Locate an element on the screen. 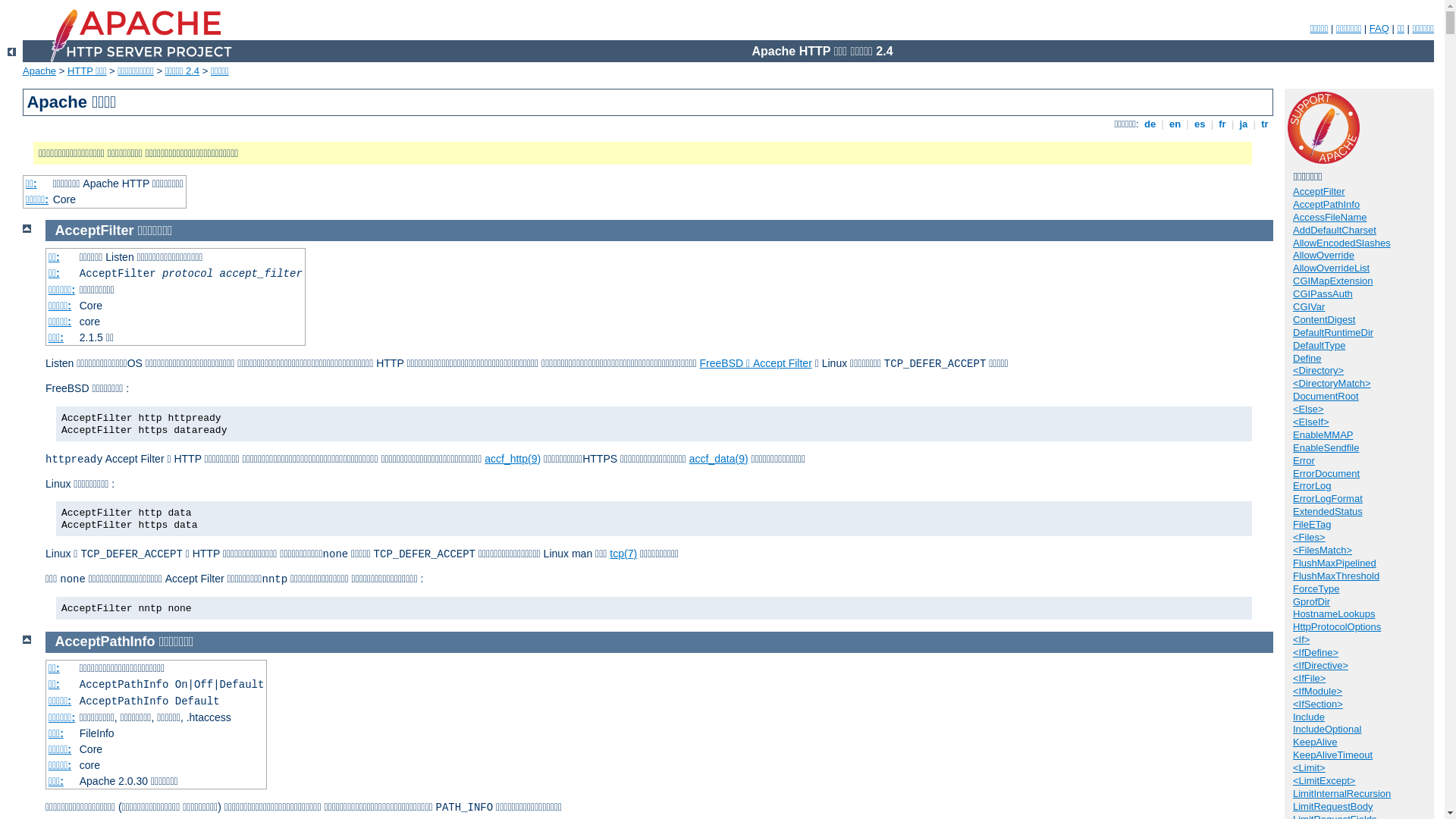 This screenshot has width=1456, height=819. 'AllowOverride' is located at coordinates (1291, 254).